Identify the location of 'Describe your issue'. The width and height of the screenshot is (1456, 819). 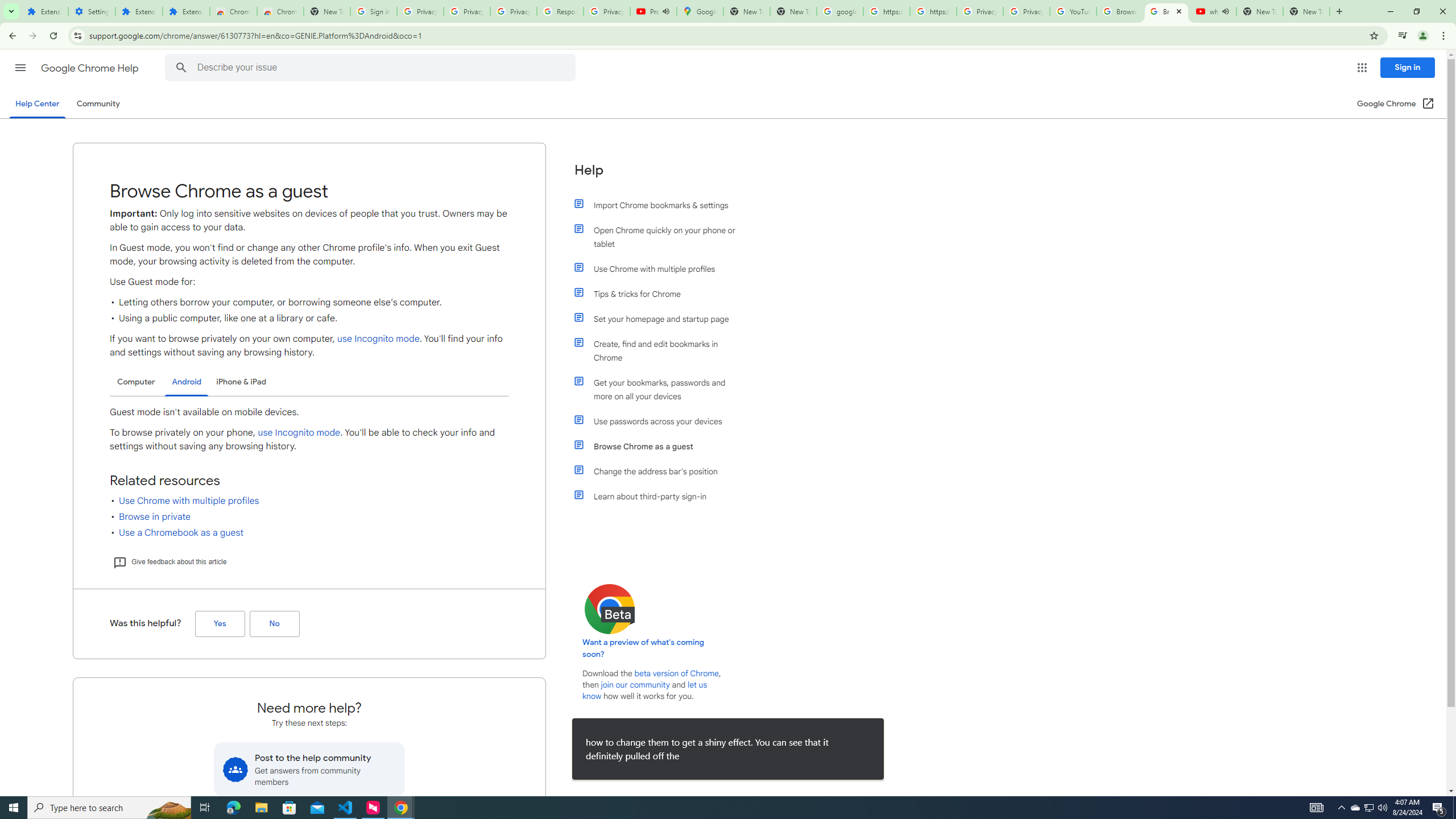
(371, 67).